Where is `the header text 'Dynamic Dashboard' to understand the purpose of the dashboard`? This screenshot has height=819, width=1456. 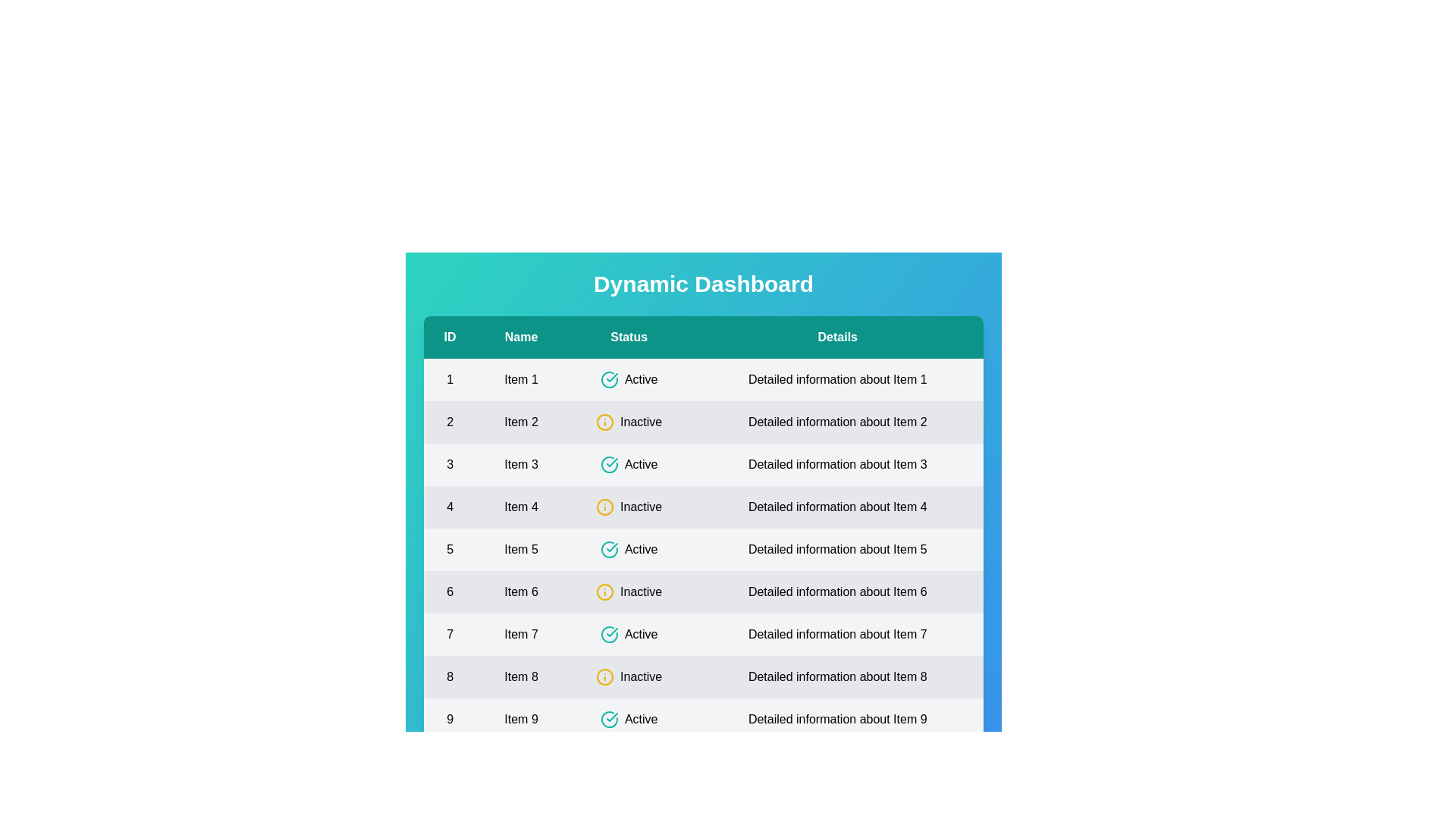
the header text 'Dynamic Dashboard' to understand the purpose of the dashboard is located at coordinates (702, 284).